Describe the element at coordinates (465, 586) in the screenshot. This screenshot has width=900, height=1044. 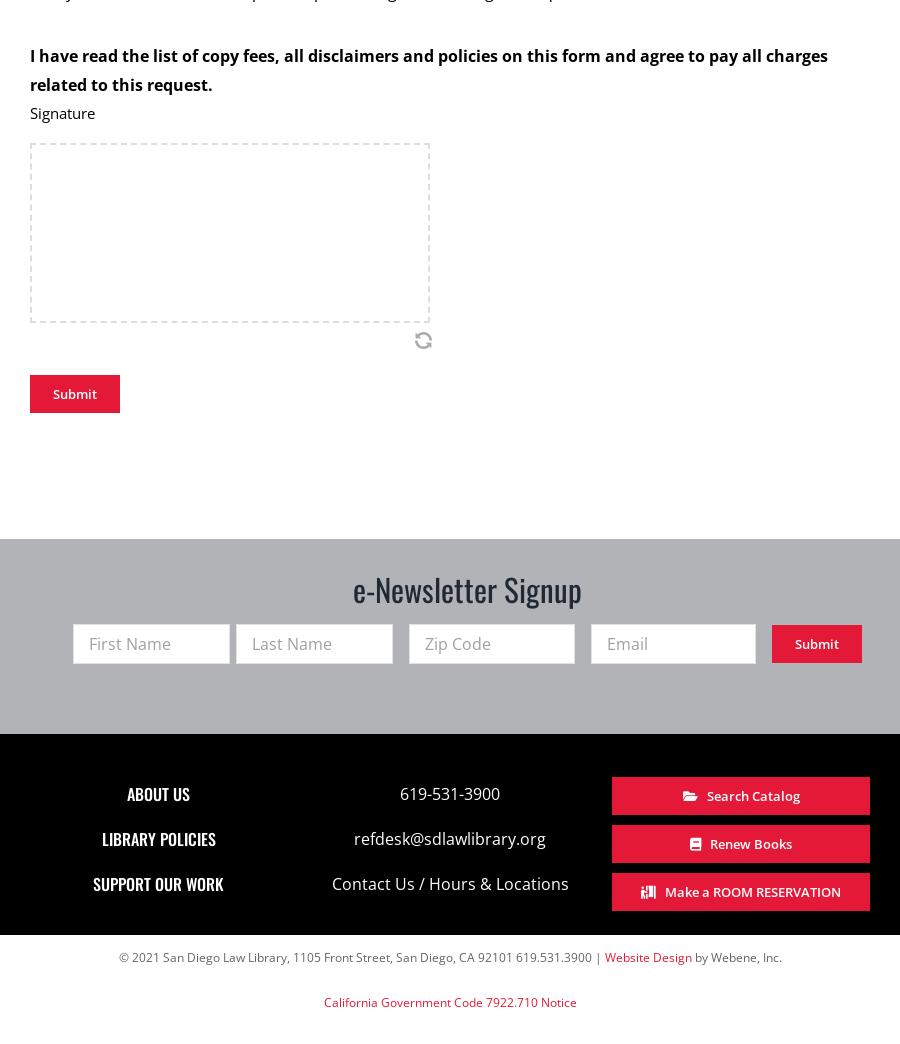
I see `'e-Newsletter Signup'` at that location.